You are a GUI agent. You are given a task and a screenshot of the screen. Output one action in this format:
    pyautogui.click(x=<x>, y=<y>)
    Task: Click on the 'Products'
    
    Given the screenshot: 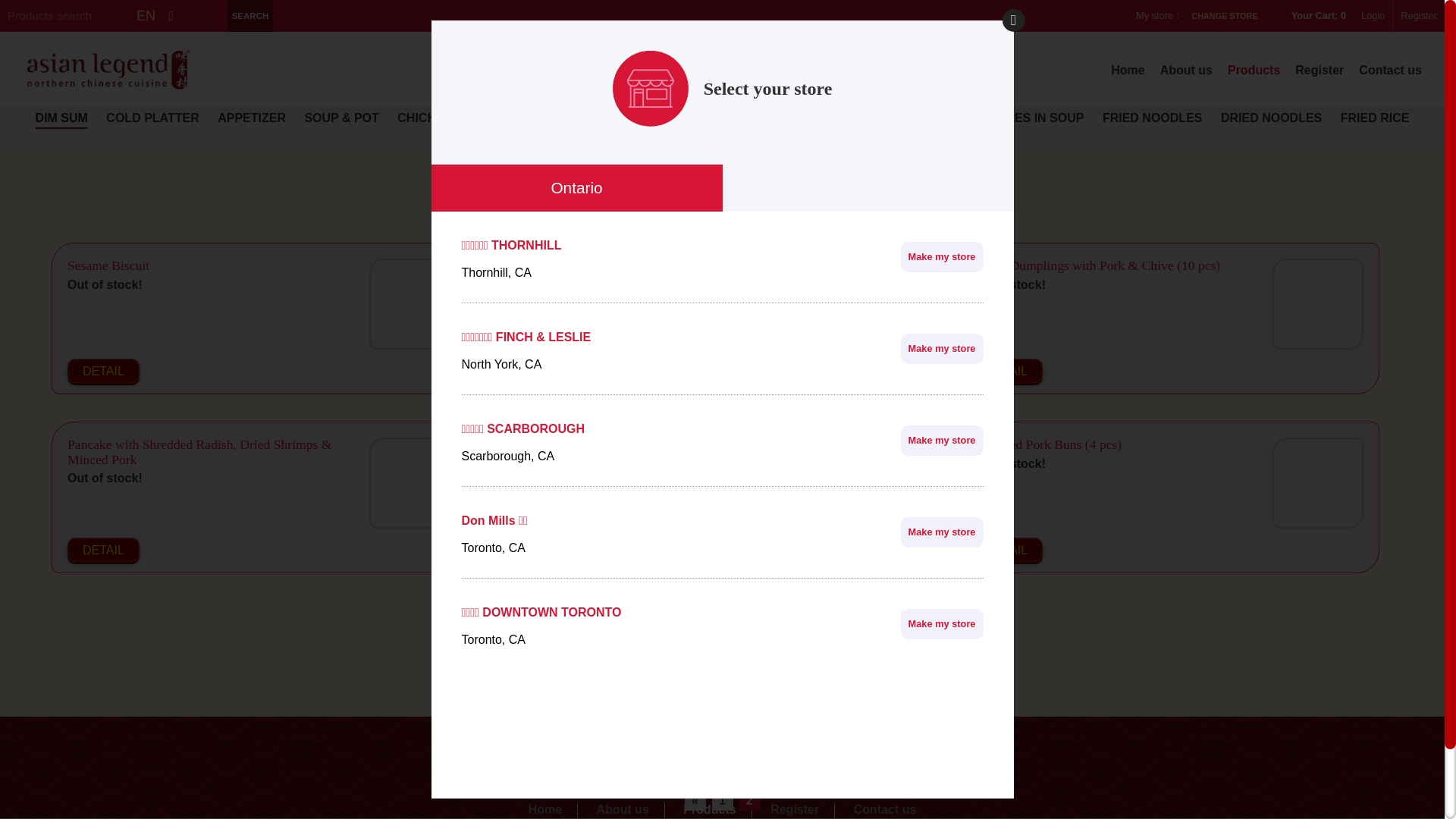 What is the action you would take?
    pyautogui.click(x=709, y=809)
    